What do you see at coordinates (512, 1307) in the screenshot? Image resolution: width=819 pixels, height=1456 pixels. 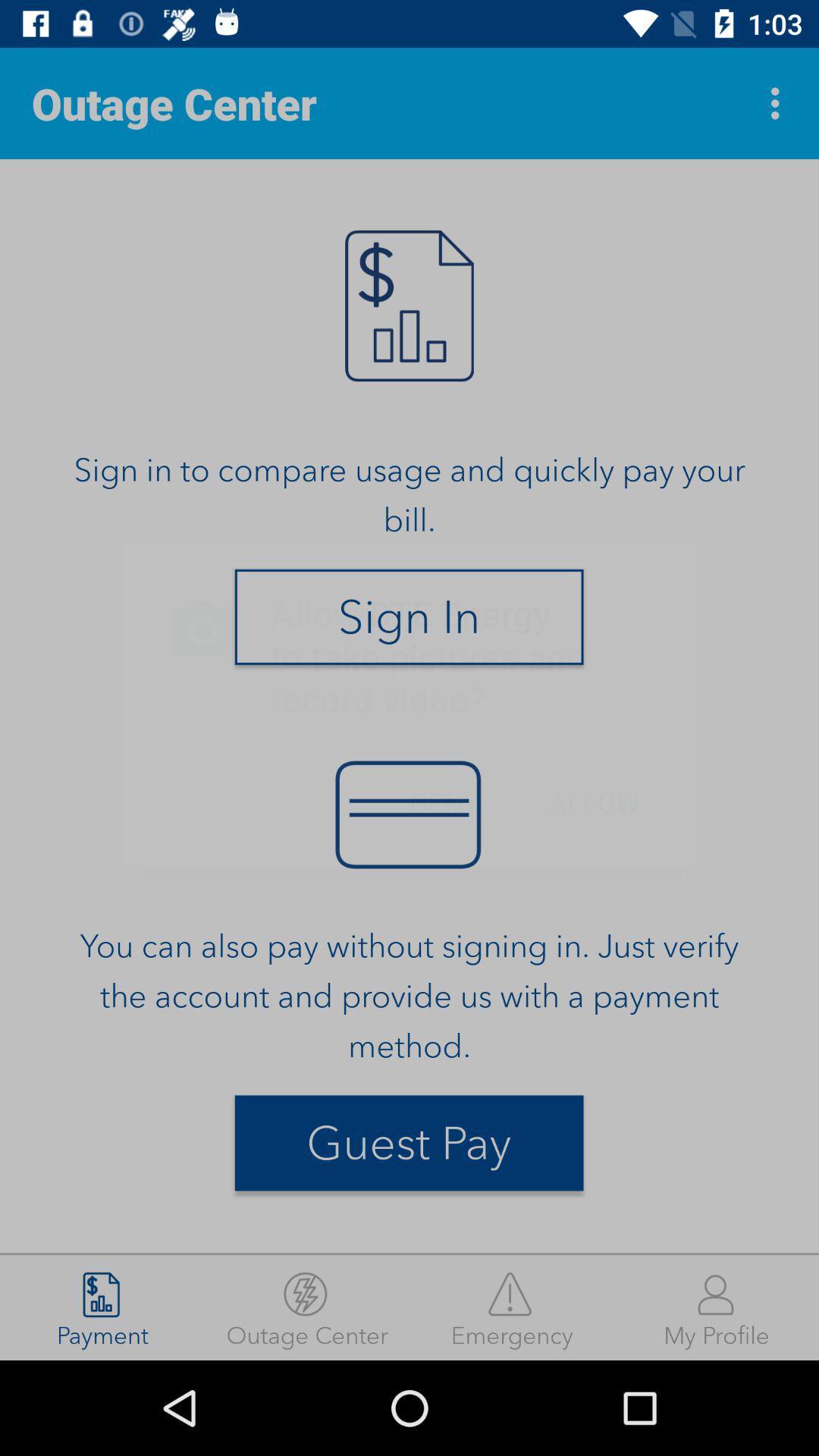 I see `emergency` at bounding box center [512, 1307].